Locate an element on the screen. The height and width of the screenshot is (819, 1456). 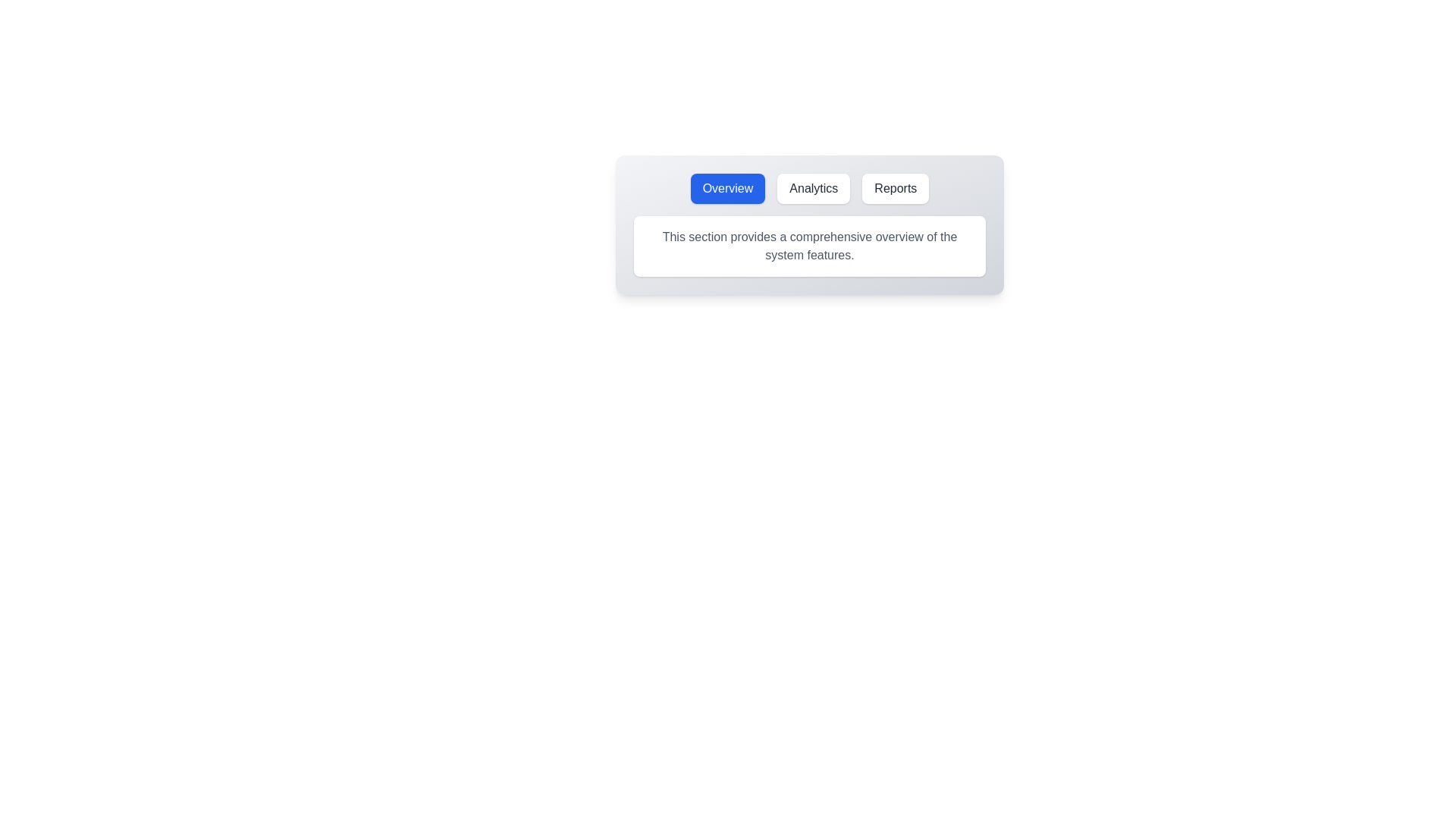
the tab labeled Reports to observe its hover effect is located at coordinates (896, 188).